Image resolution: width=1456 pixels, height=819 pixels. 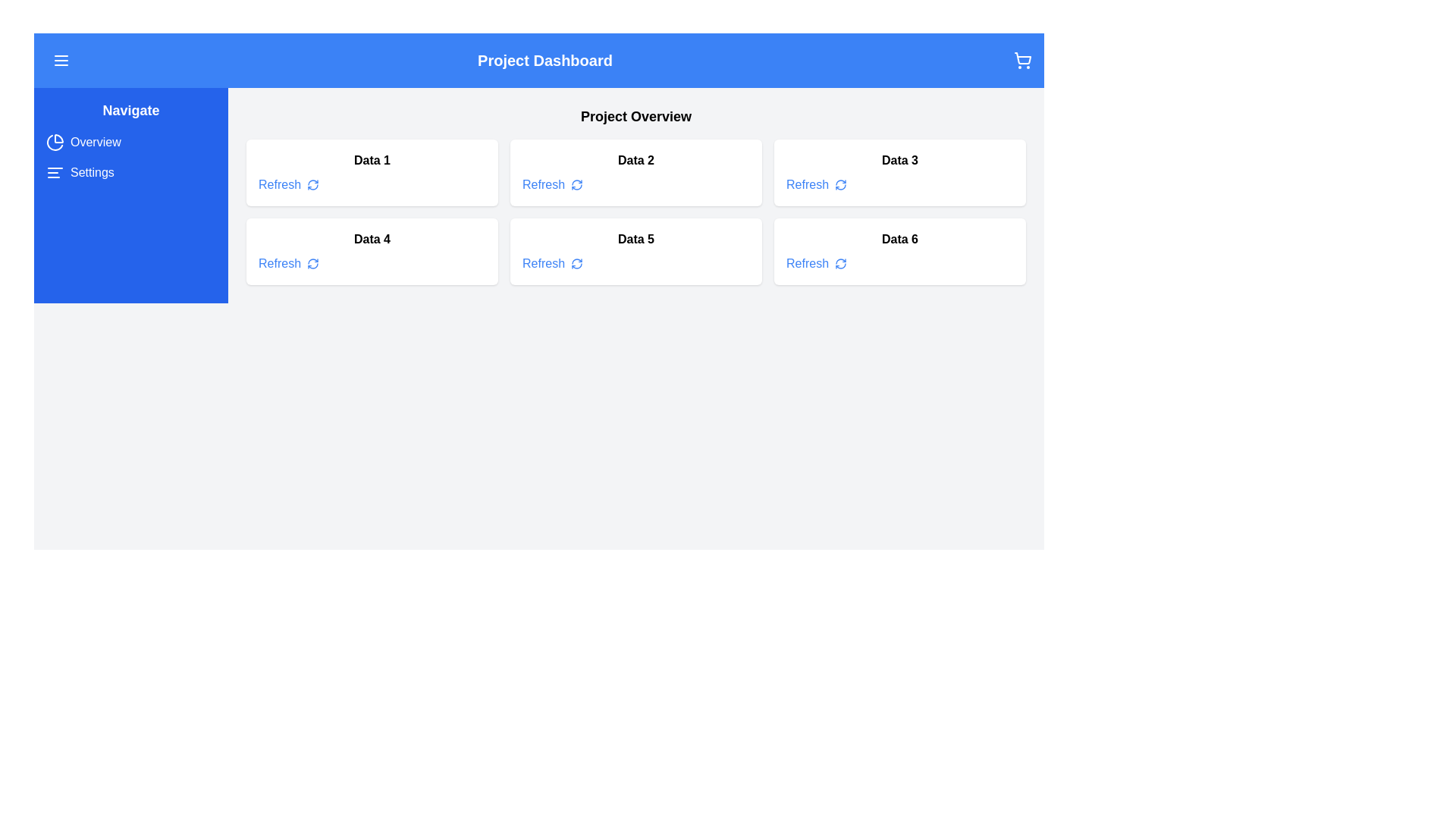 I want to click on the navigation button labeled 'Overview' located in the sidebar menu, positioned directly below the header 'Navigate' and above the 'Settings' item, so click(x=83, y=143).